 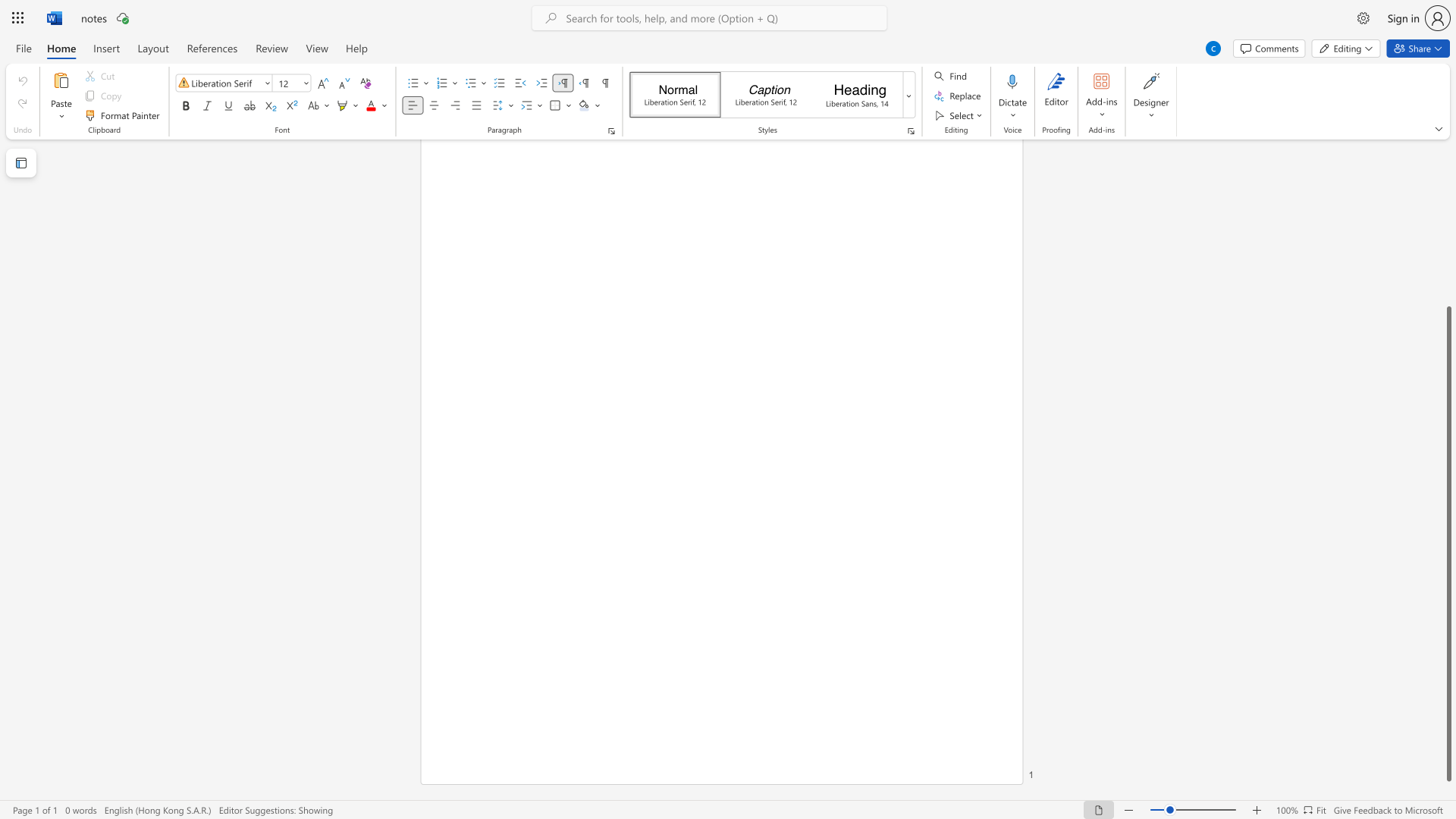 I want to click on the scrollbar and move up 280 pixels, so click(x=1448, y=543).